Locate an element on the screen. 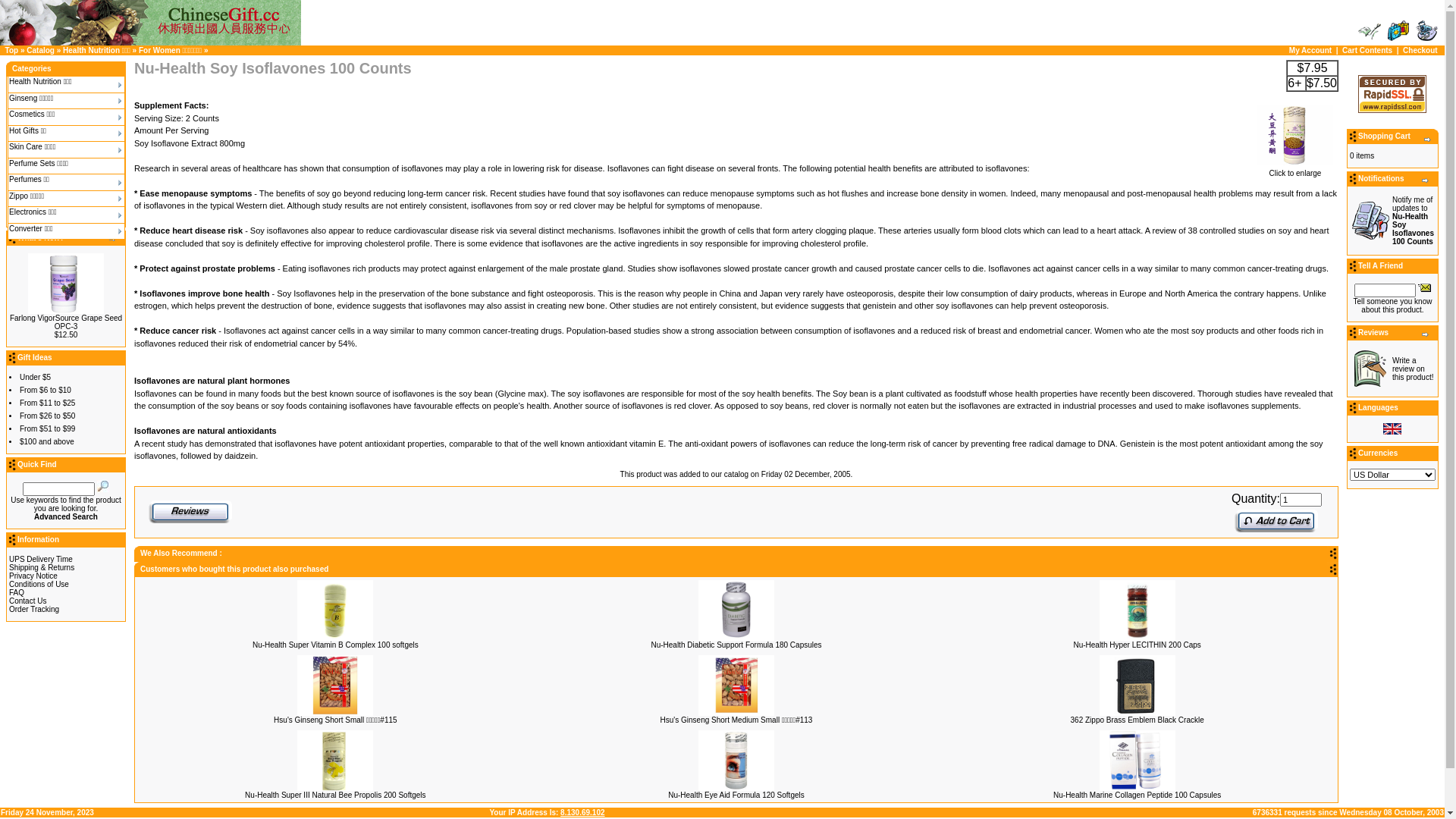 Image resolution: width=1456 pixels, height=819 pixels. ' Add to Cart ' is located at coordinates (1276, 519).